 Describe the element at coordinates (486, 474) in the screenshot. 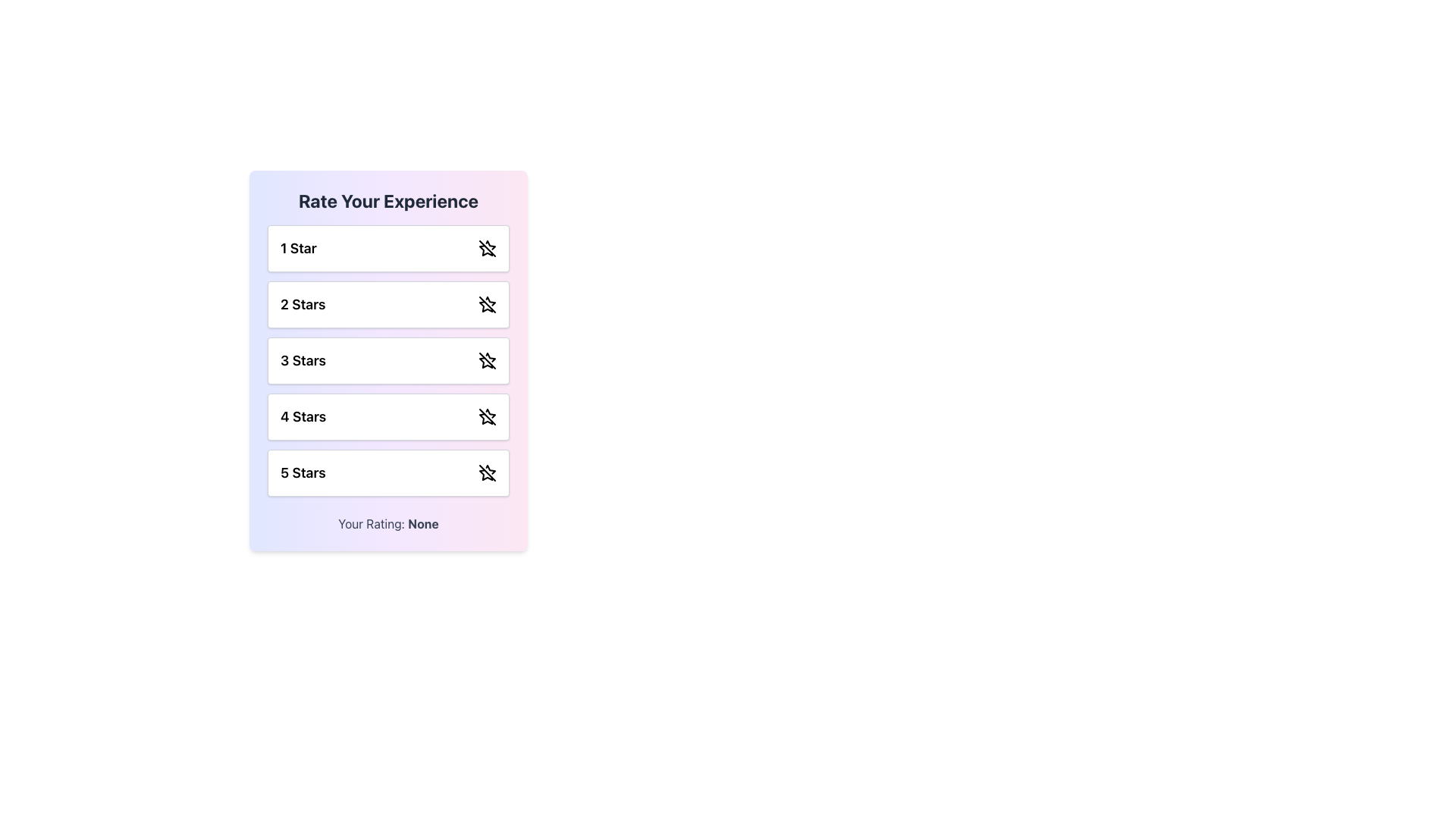

I see `the crossed-out star icon located in the fifth list item labeled '5 Stars' within the 'Rate Your Experience' section` at that location.